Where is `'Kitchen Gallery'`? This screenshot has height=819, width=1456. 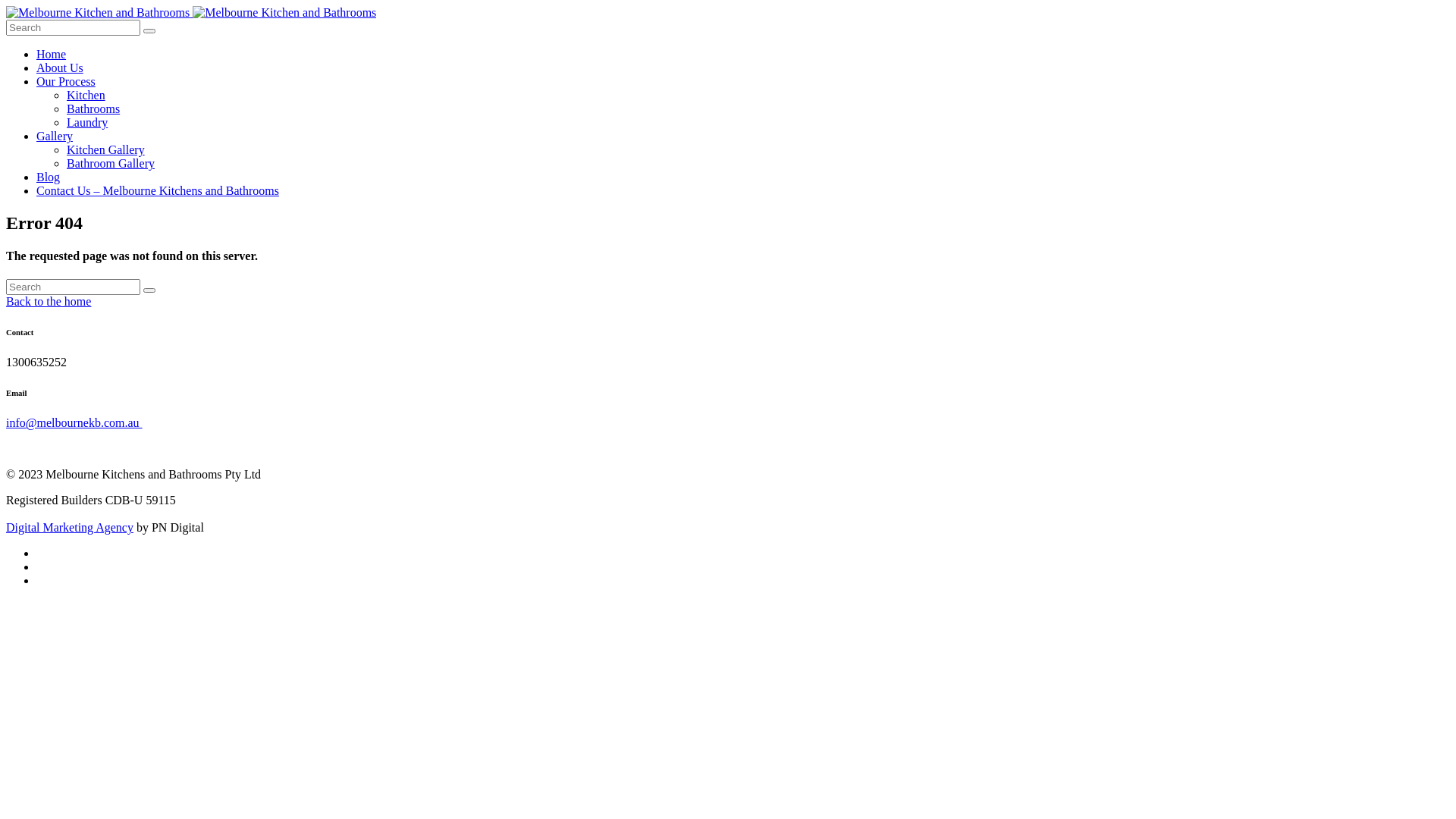
'Kitchen Gallery' is located at coordinates (105, 149).